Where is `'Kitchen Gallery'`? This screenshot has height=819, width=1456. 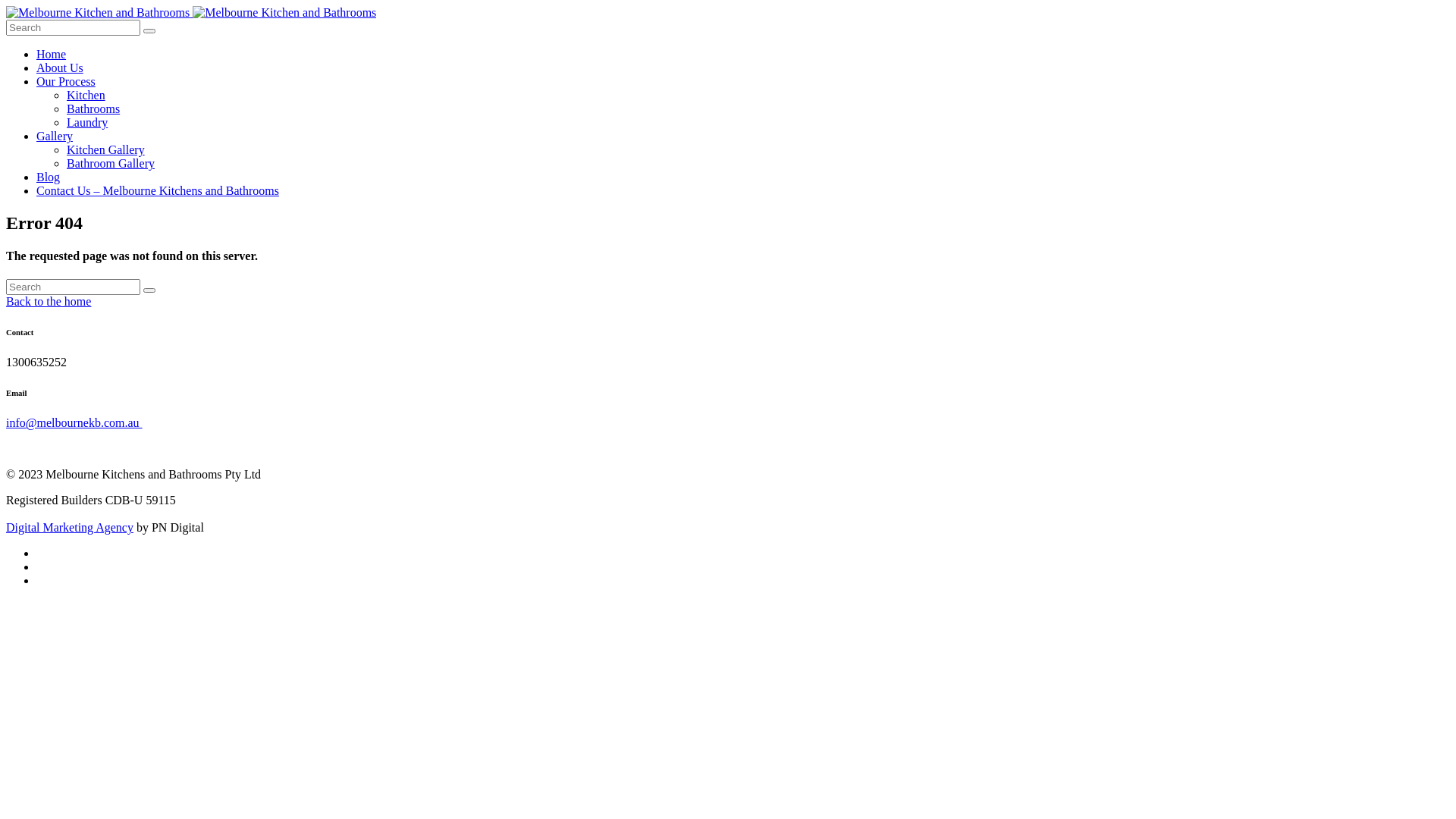
'Kitchen Gallery' is located at coordinates (105, 149).